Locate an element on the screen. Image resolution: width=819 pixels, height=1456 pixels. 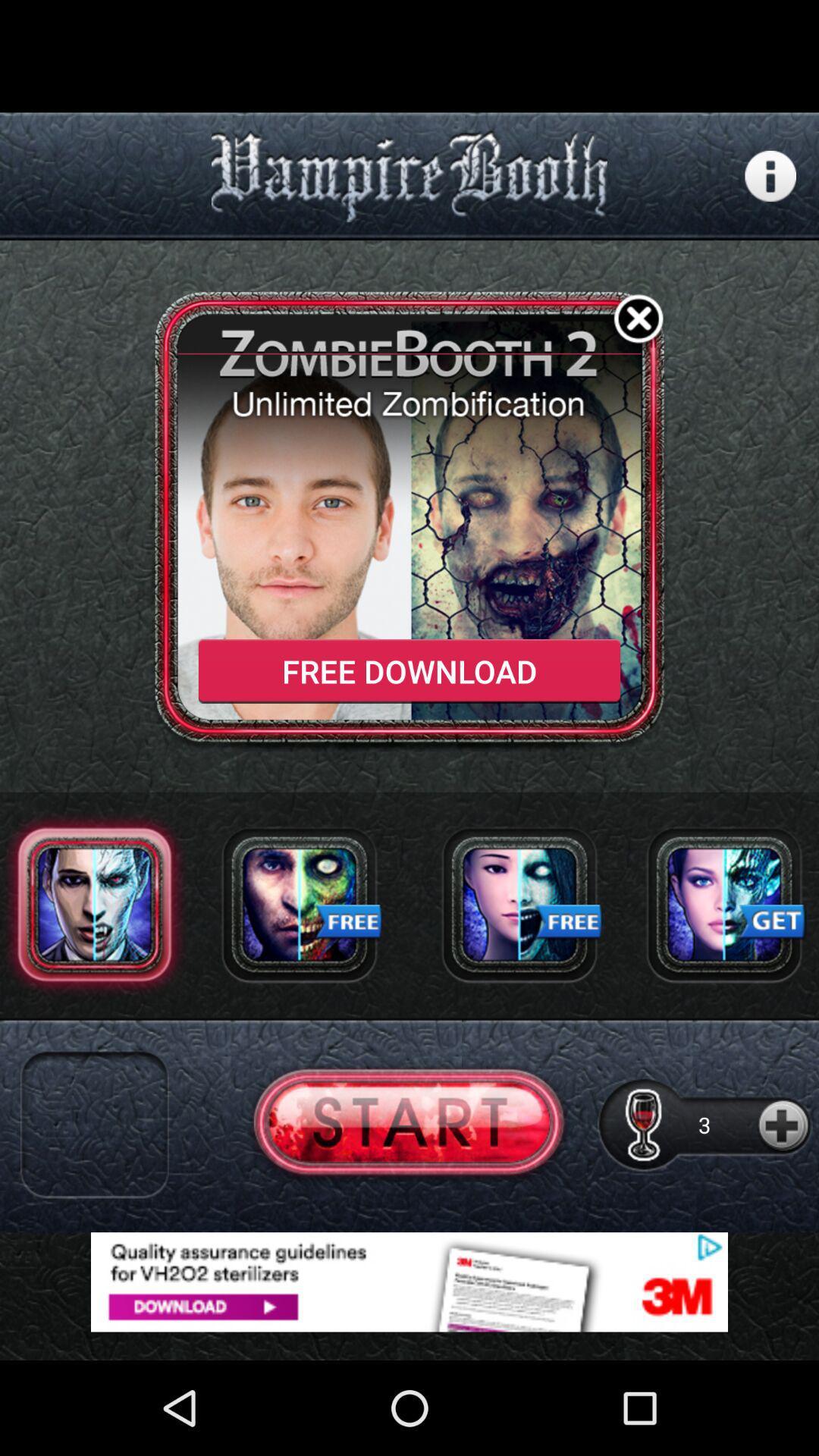
the close icon is located at coordinates (94, 1203).